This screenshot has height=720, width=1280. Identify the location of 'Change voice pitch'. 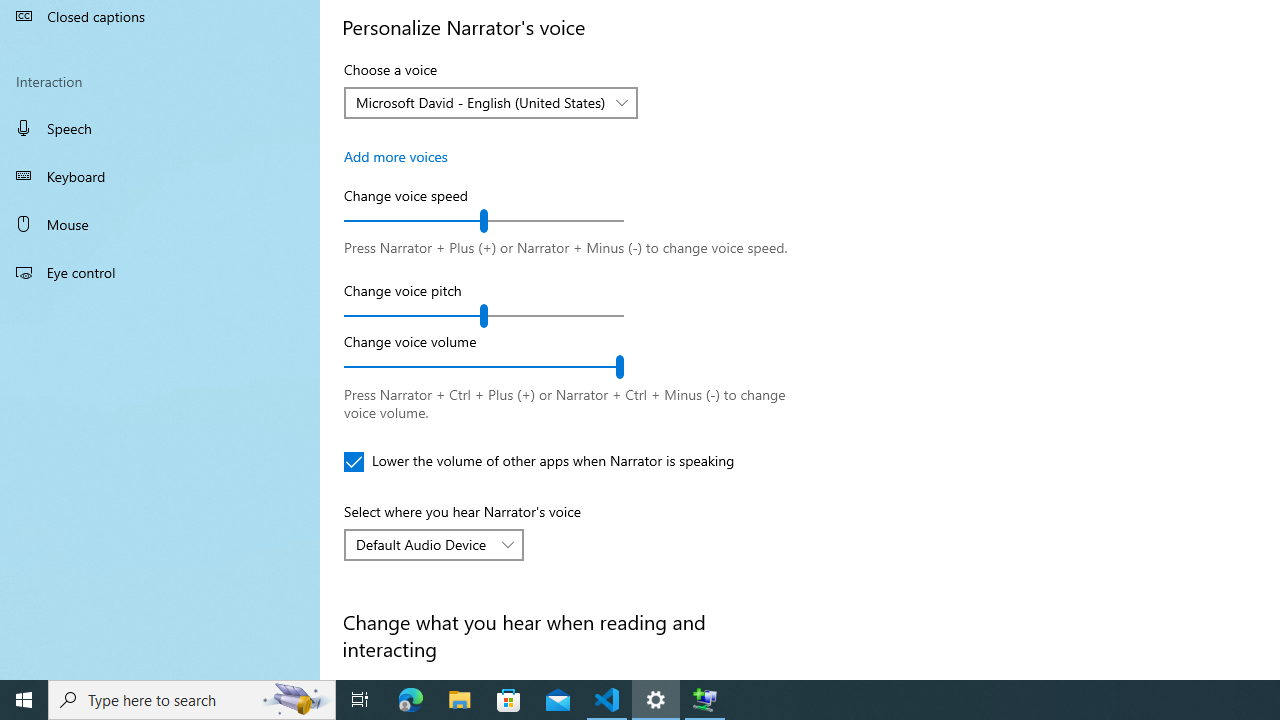
(484, 315).